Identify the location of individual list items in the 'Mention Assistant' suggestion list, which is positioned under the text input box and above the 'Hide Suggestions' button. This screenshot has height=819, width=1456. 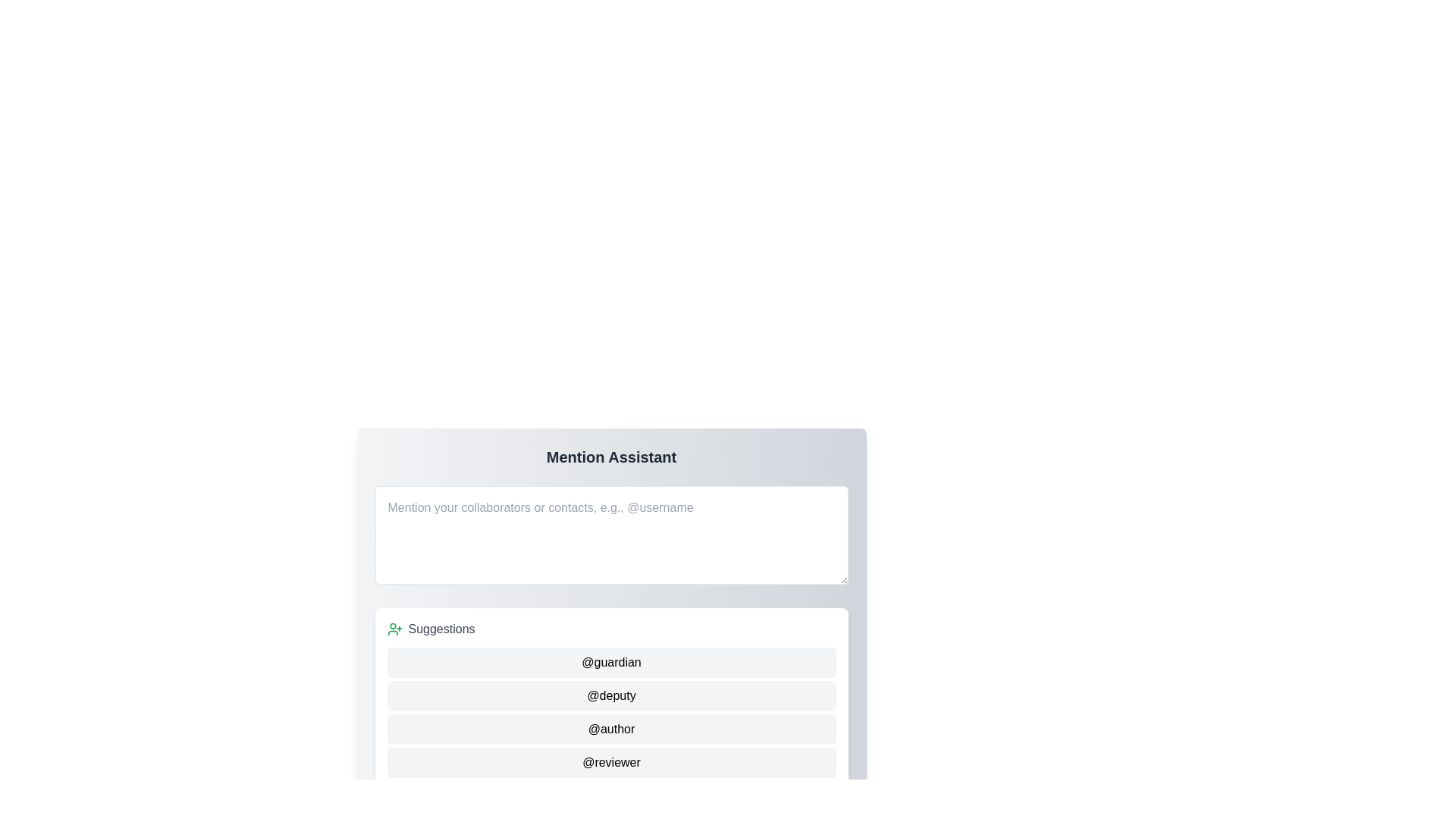
(611, 698).